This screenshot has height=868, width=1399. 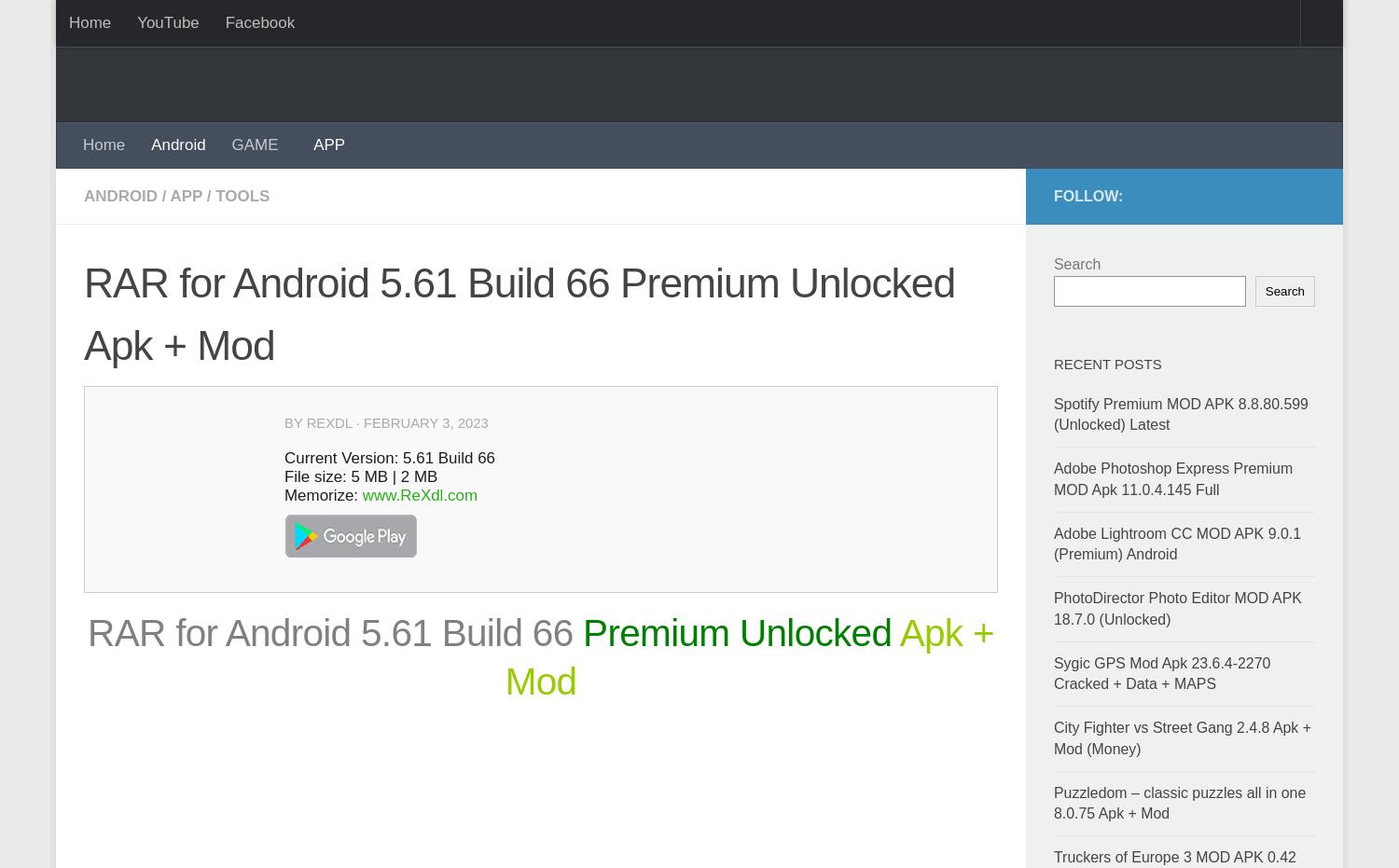 I want to click on 'RAR for Android 5.61 Build 66', so click(x=329, y=630).